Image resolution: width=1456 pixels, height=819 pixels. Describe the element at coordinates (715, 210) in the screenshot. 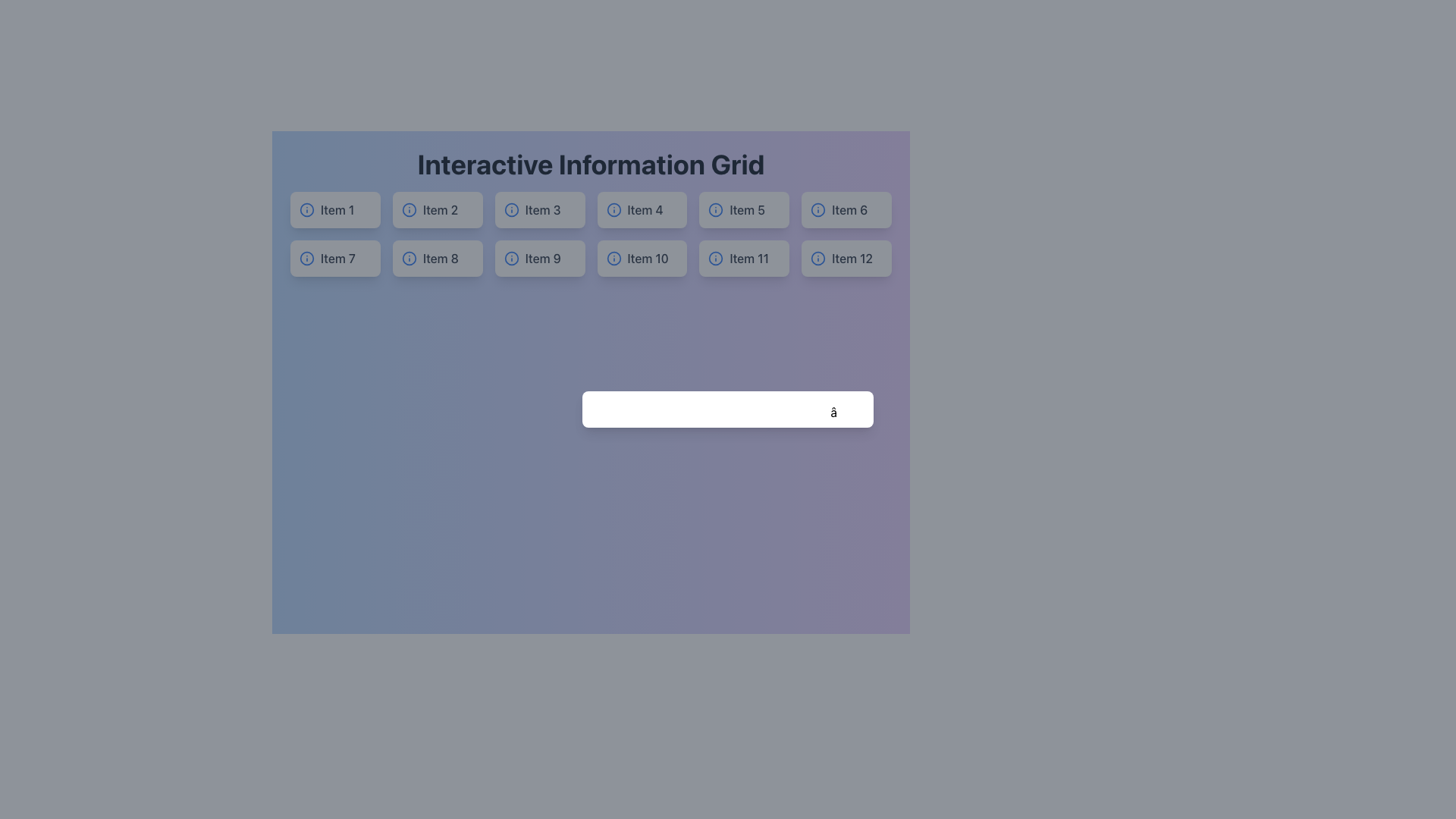

I see `the SVG Circle located at the center of the 'Item 5' button in the second row of the grid` at that location.